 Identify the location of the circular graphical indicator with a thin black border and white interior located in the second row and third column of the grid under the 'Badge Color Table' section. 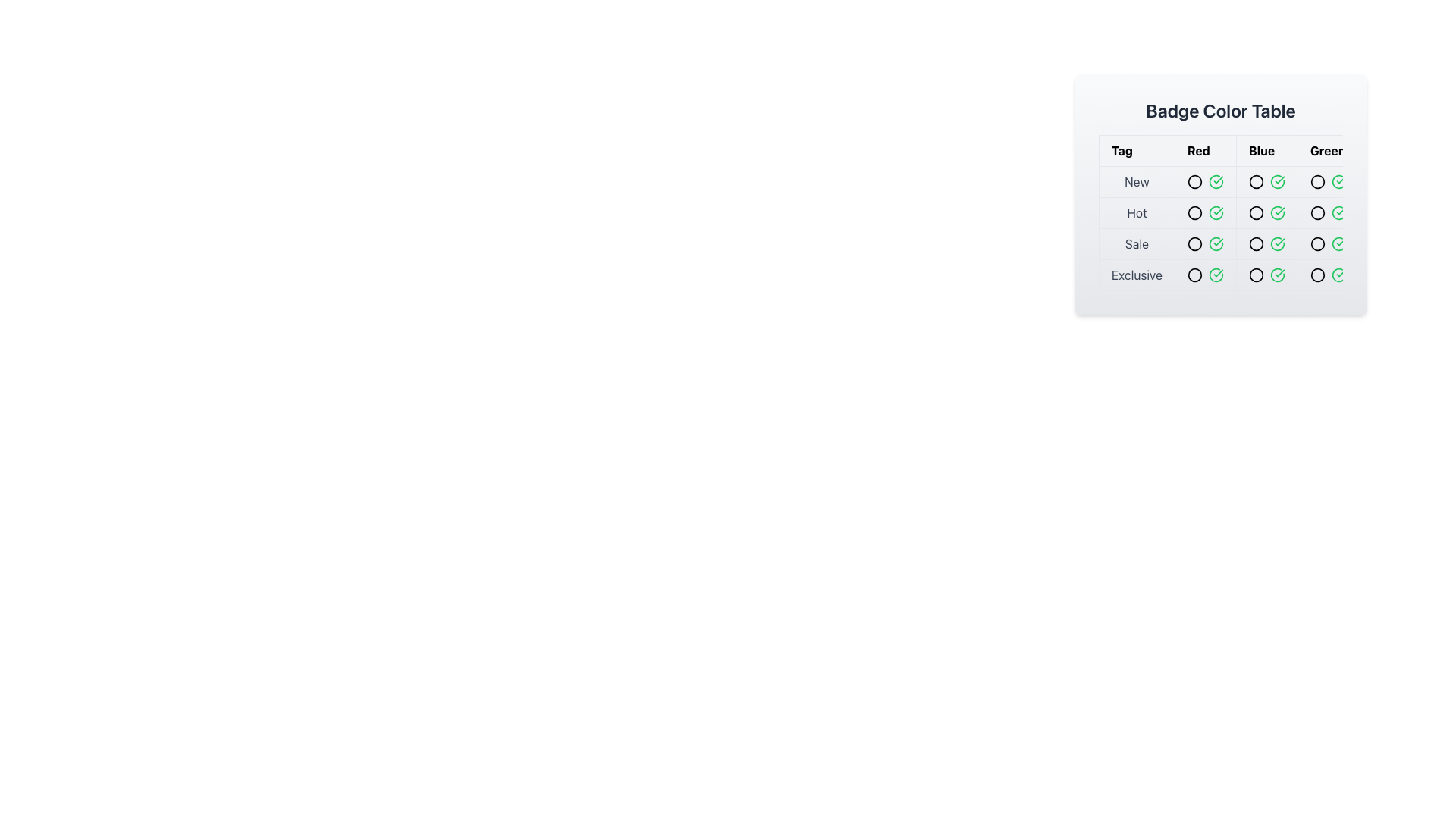
(1260, 228).